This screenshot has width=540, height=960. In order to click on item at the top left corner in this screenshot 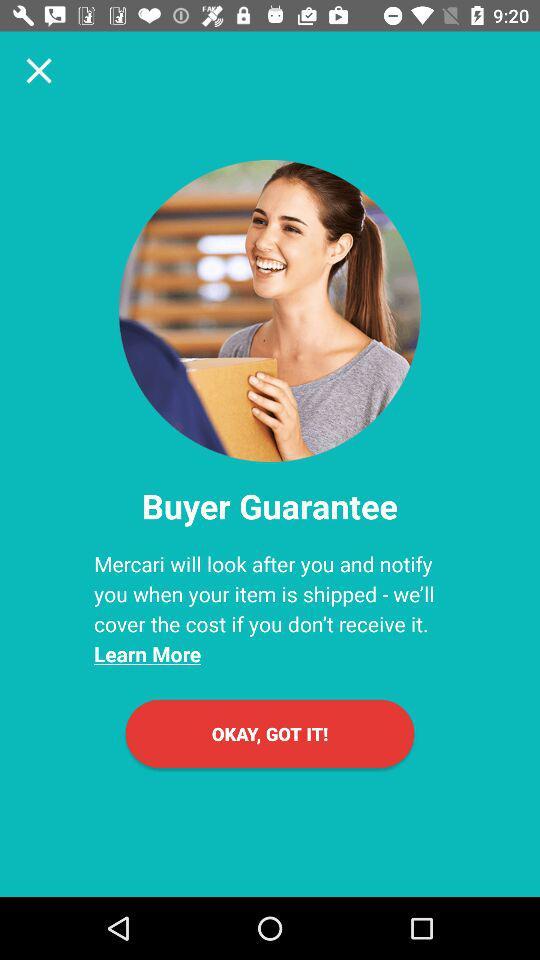, I will do `click(39, 70)`.